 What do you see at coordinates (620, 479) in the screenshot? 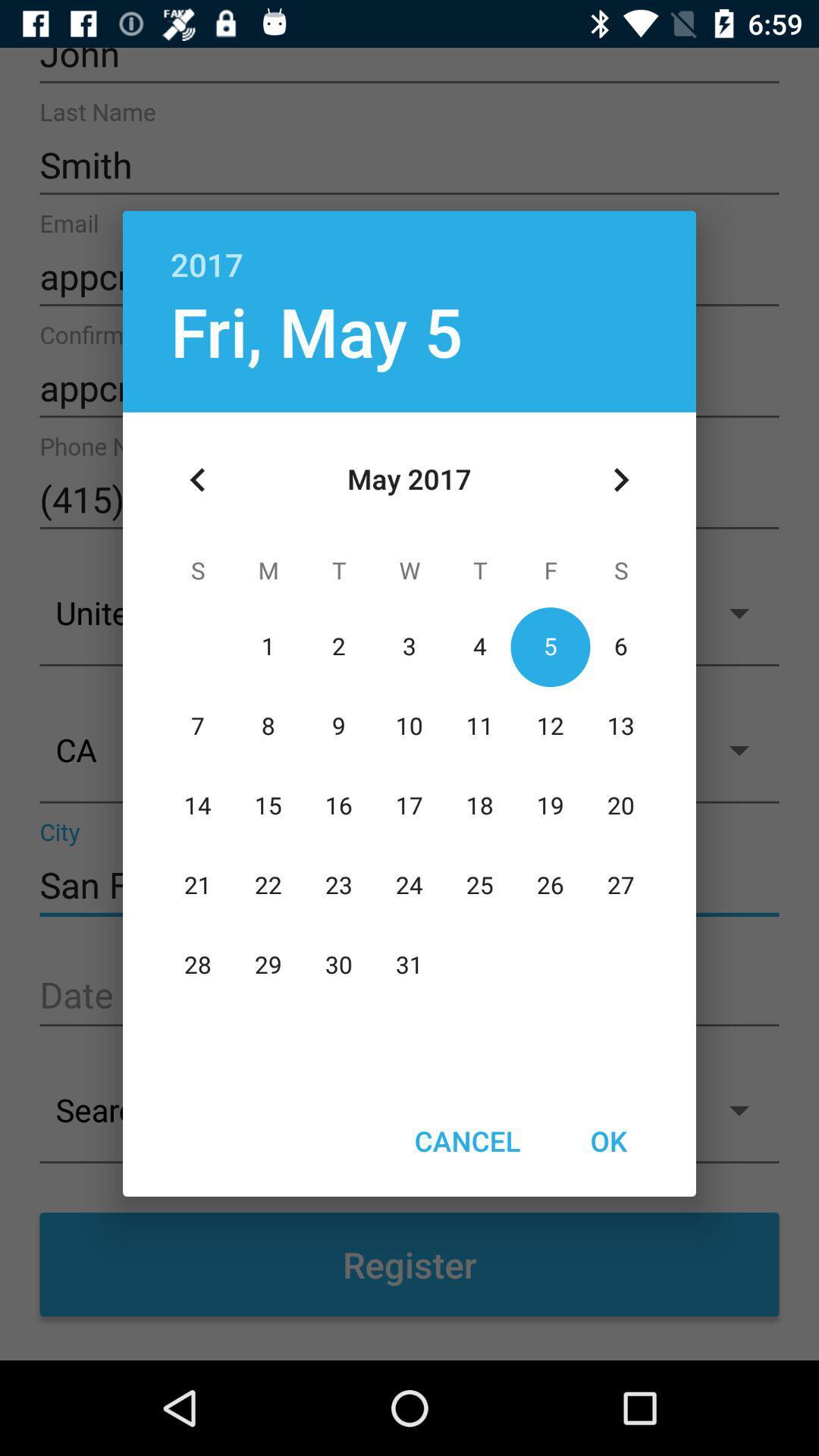
I see `the icon below the 2017 item` at bounding box center [620, 479].